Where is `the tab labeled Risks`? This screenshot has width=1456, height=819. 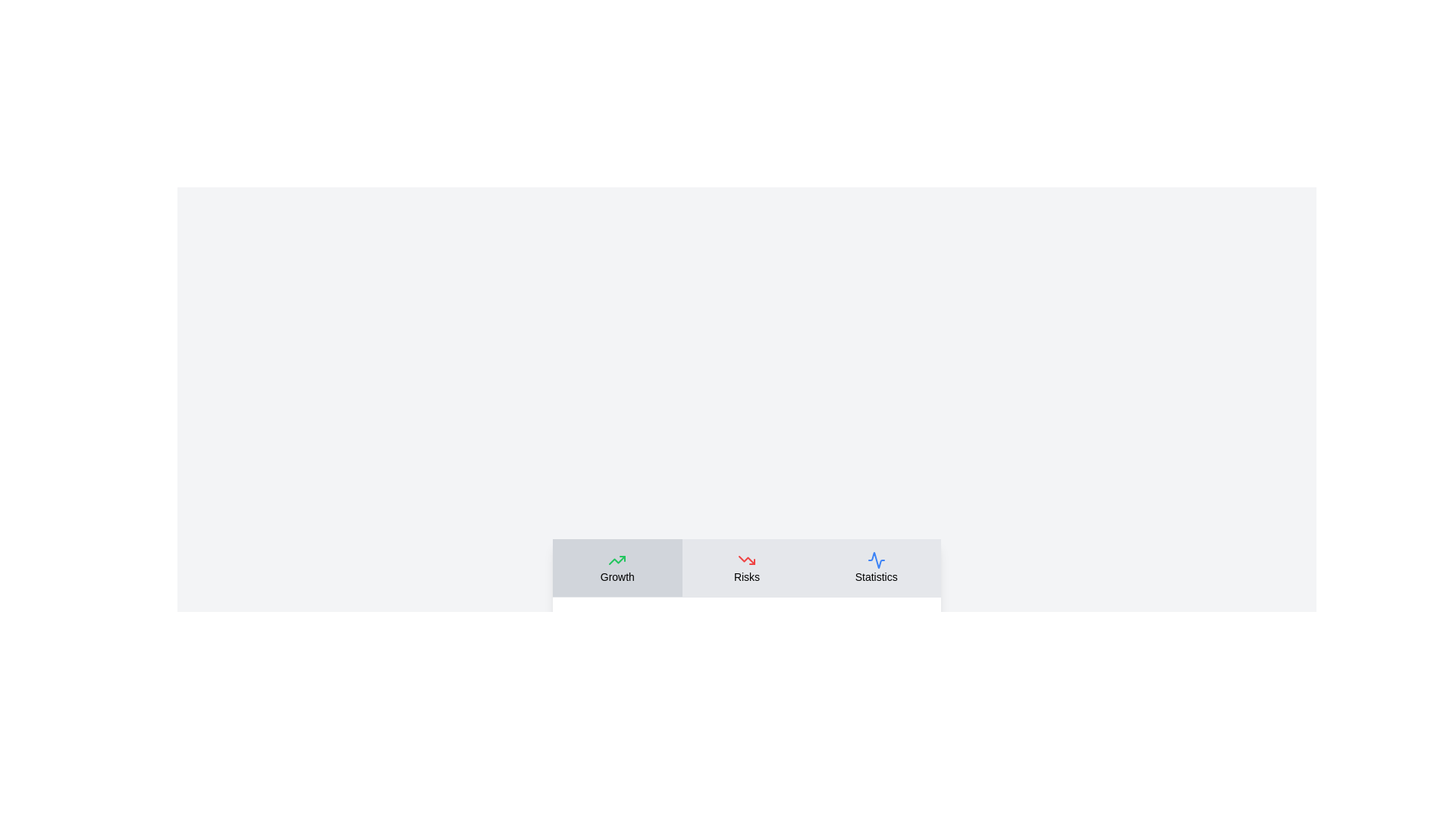 the tab labeled Risks is located at coordinates (746, 567).